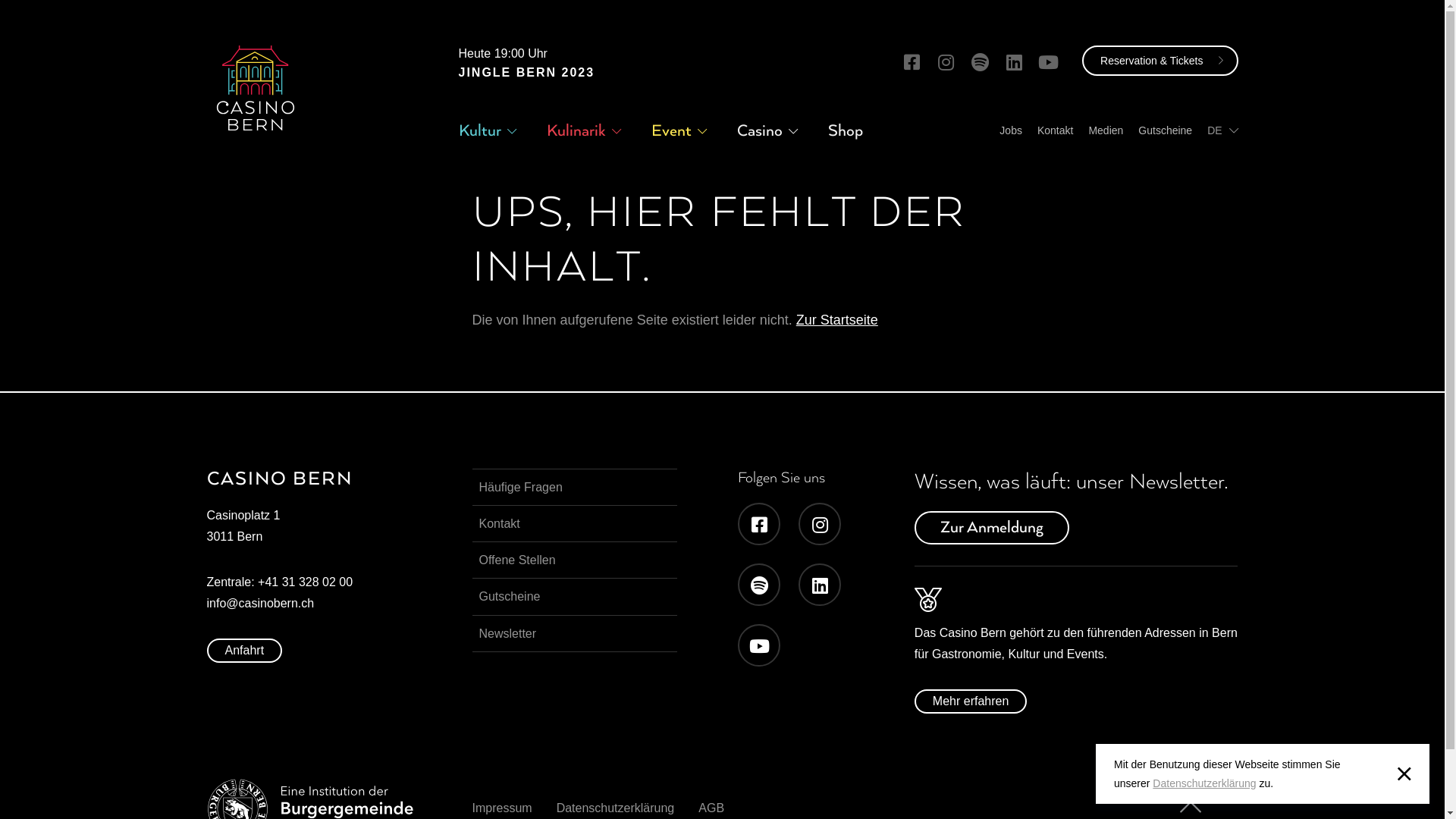 The width and height of the screenshot is (1456, 819). I want to click on 'Mehr erfahren', so click(971, 701).